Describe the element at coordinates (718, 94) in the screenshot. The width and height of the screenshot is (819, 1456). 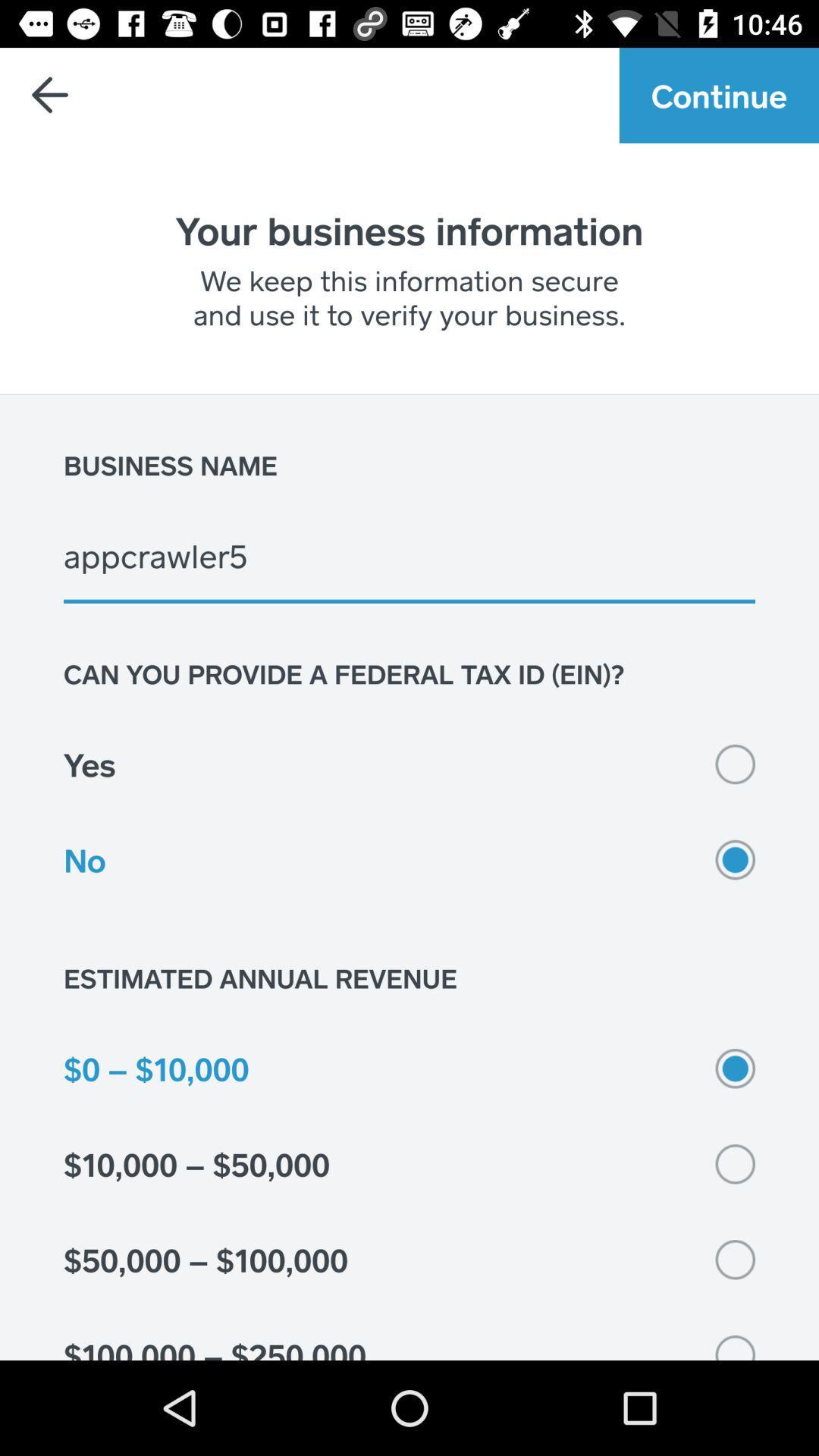
I see `the continue at the top right corner` at that location.